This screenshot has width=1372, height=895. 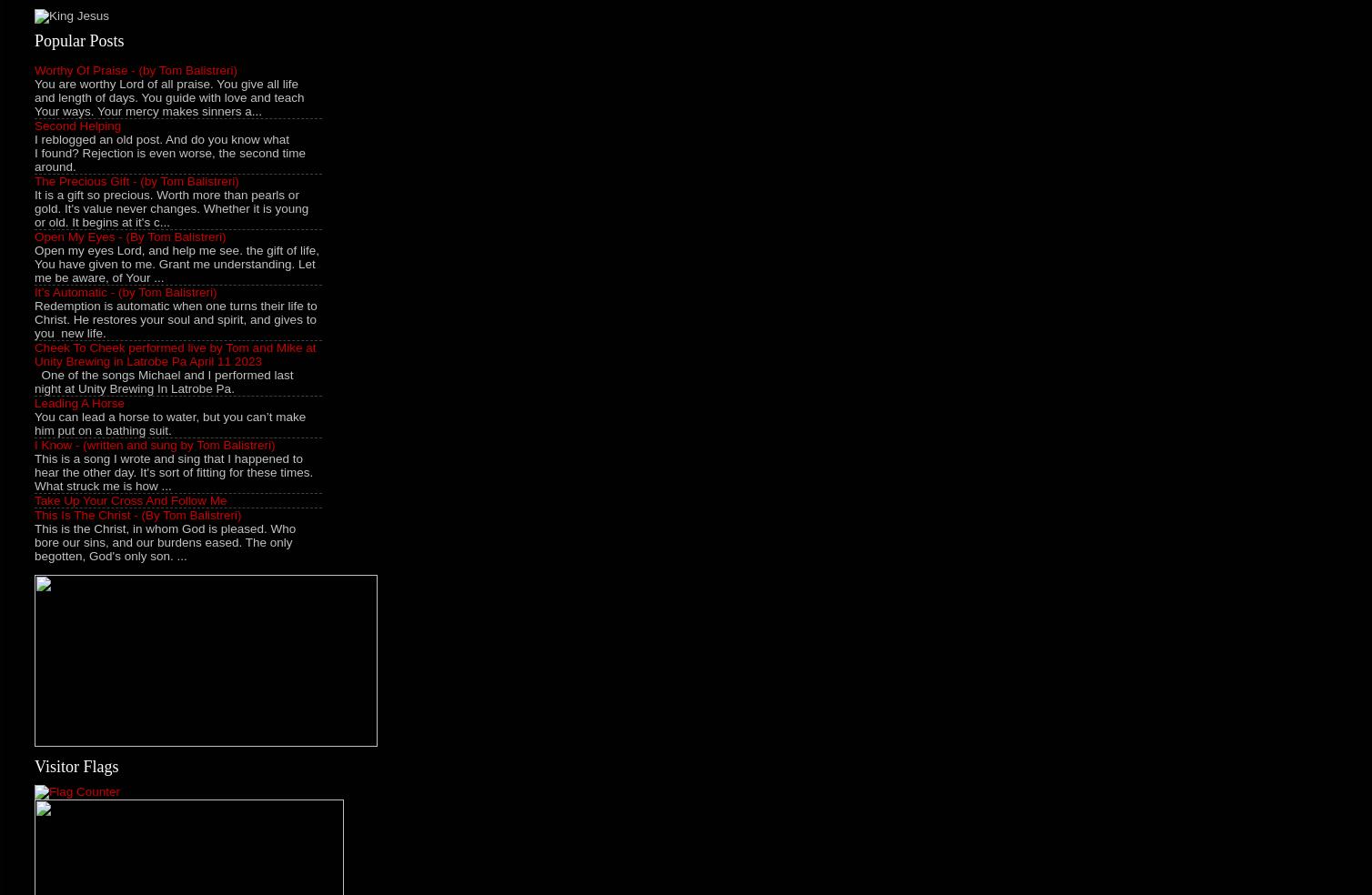 What do you see at coordinates (173, 470) in the screenshot?
I see `'This is a song I wrote and sing that I happened to hear the other day.   It's sort of fitting for these times.   What struck me is how ...'` at bounding box center [173, 470].